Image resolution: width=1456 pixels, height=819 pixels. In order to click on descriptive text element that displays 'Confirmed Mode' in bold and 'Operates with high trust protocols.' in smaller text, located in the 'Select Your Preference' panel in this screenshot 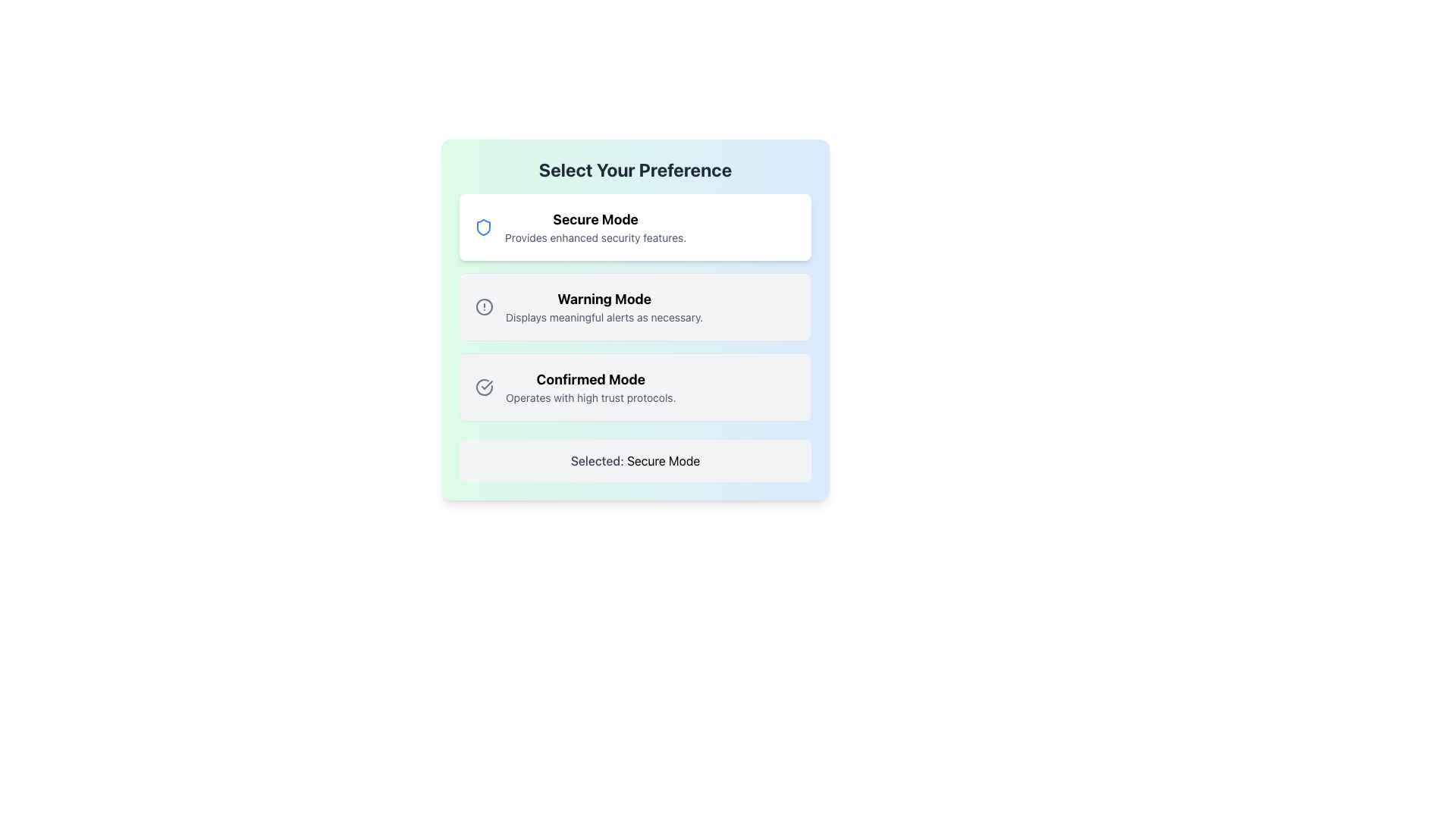, I will do `click(590, 386)`.